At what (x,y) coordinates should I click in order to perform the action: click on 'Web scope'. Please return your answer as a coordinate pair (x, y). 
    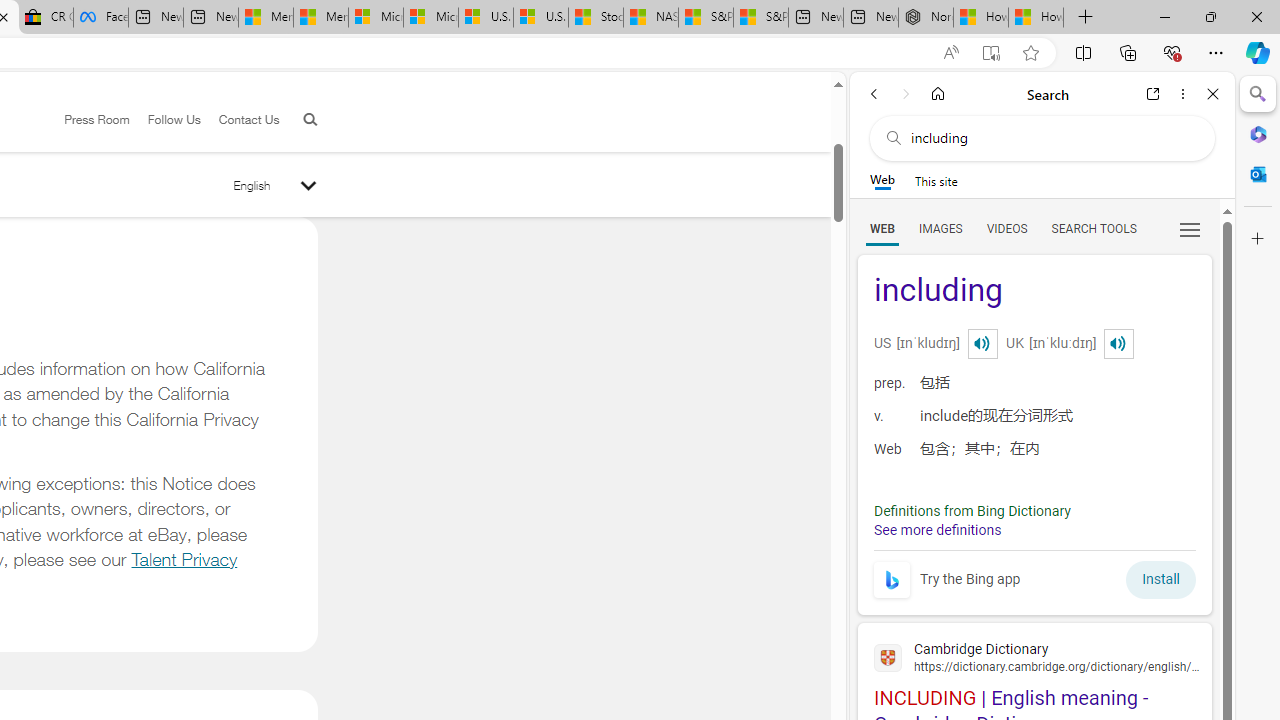
    Looking at the image, I should click on (881, 180).